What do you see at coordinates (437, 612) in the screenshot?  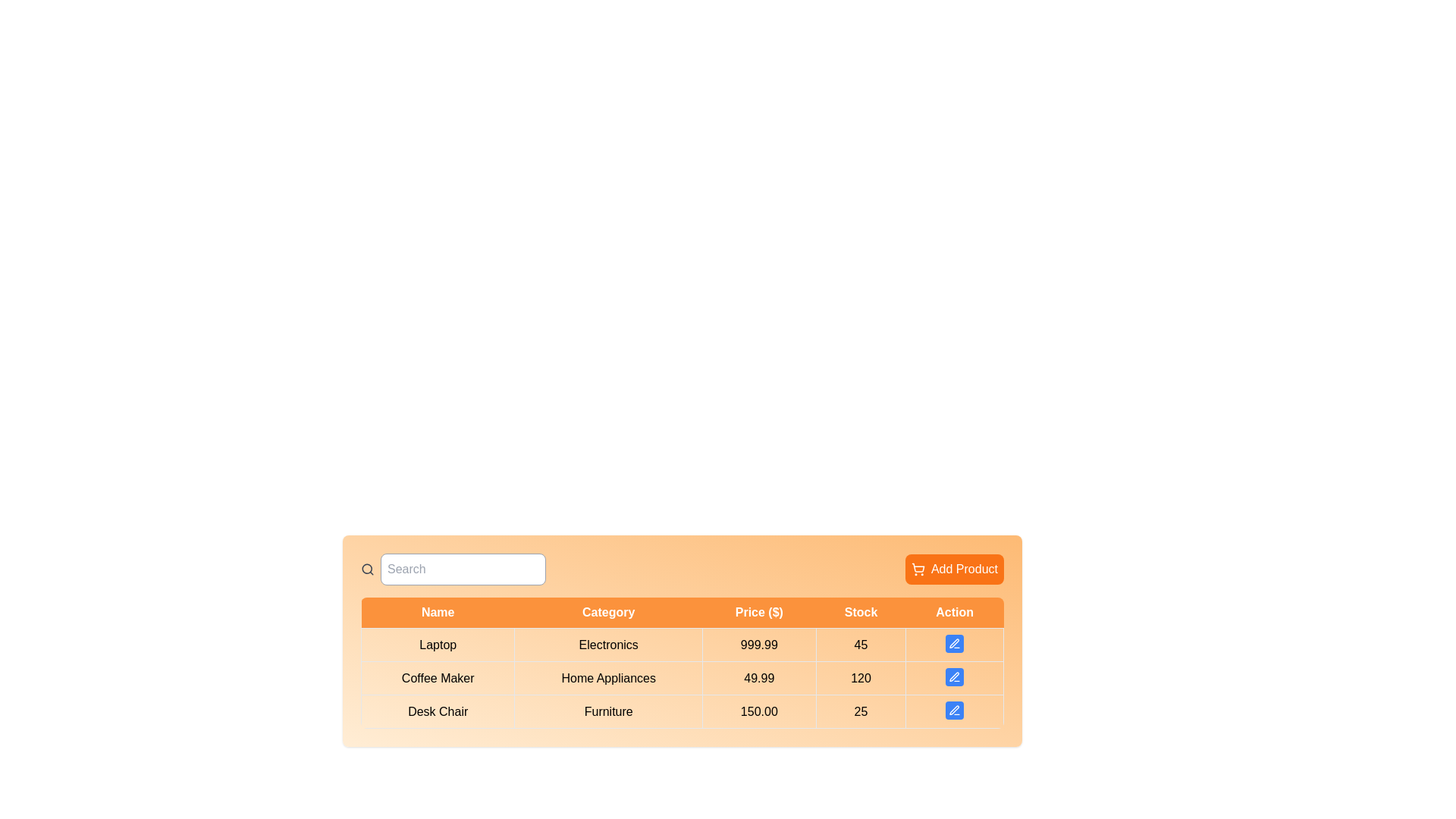 I see `the table header cell labeled 'Name', which is the first header in a row of five, displayed in bold white font on an orange background` at bounding box center [437, 612].